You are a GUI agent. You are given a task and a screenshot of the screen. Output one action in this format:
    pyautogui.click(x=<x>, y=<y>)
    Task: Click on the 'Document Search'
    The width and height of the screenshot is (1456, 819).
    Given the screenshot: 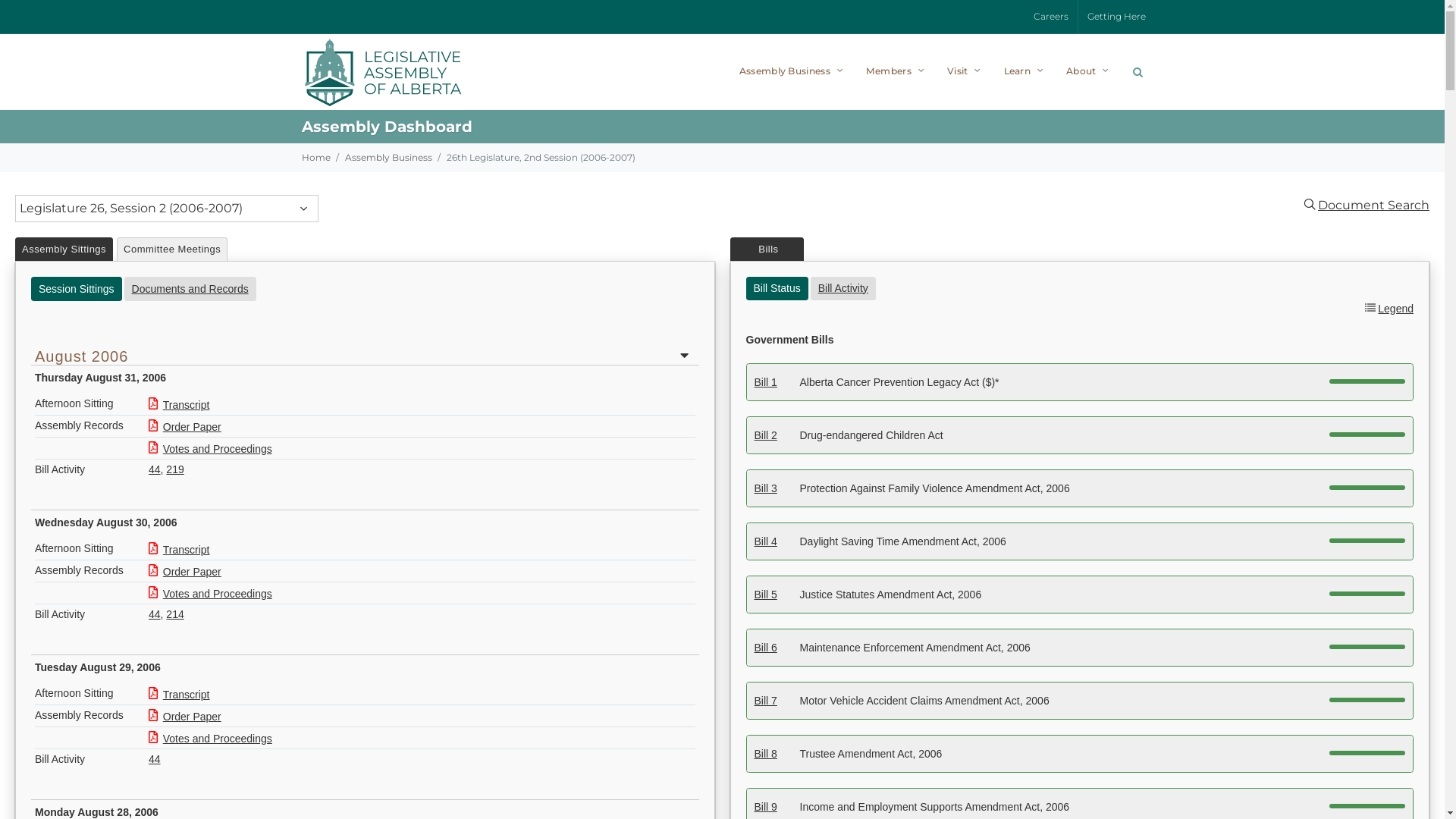 What is the action you would take?
    pyautogui.click(x=1373, y=205)
    